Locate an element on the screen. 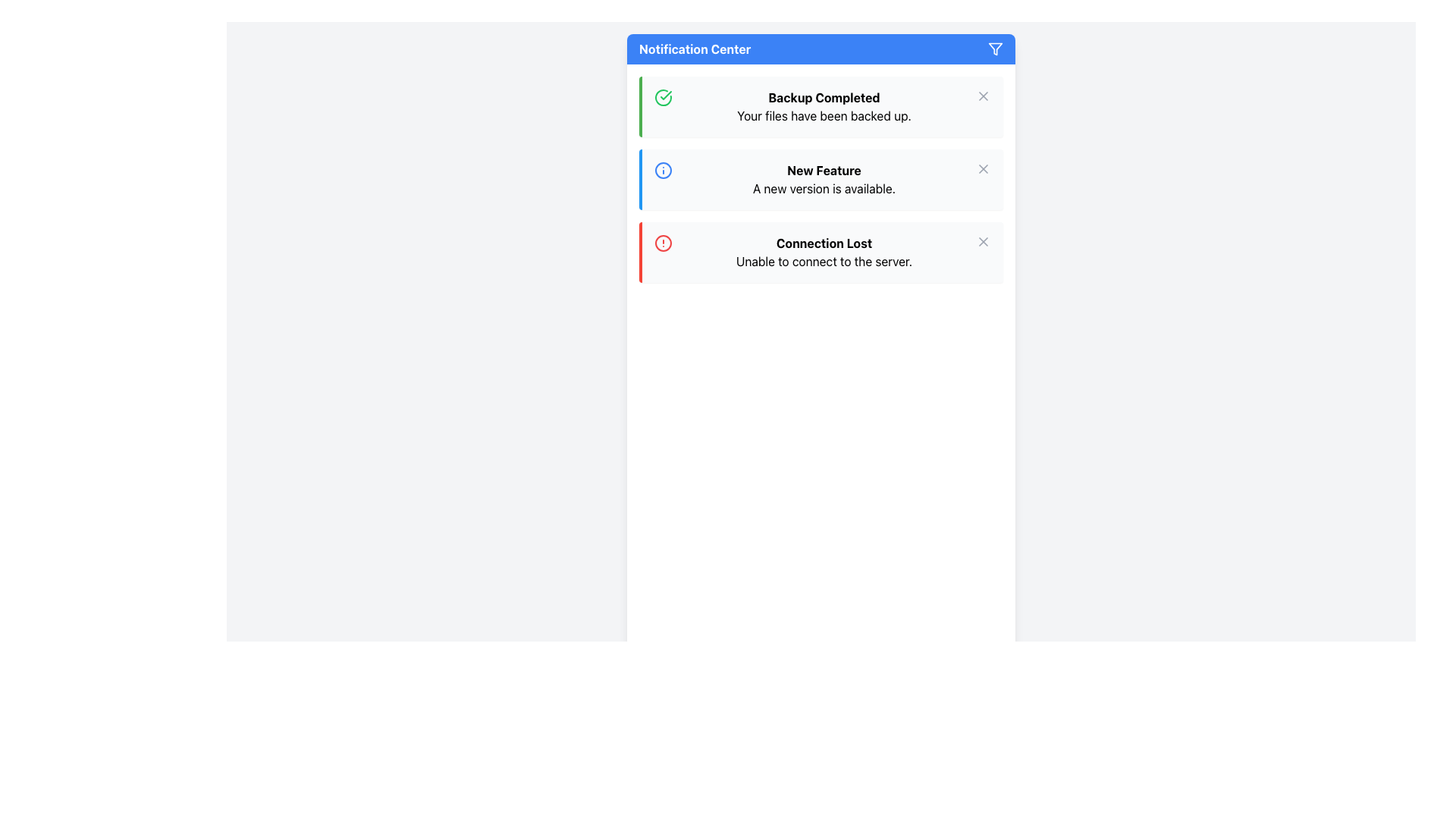 The image size is (1456, 819). detailed success message Text label located beneath the 'Backup Completed' message in the top notification of the notification center is located at coordinates (823, 115).